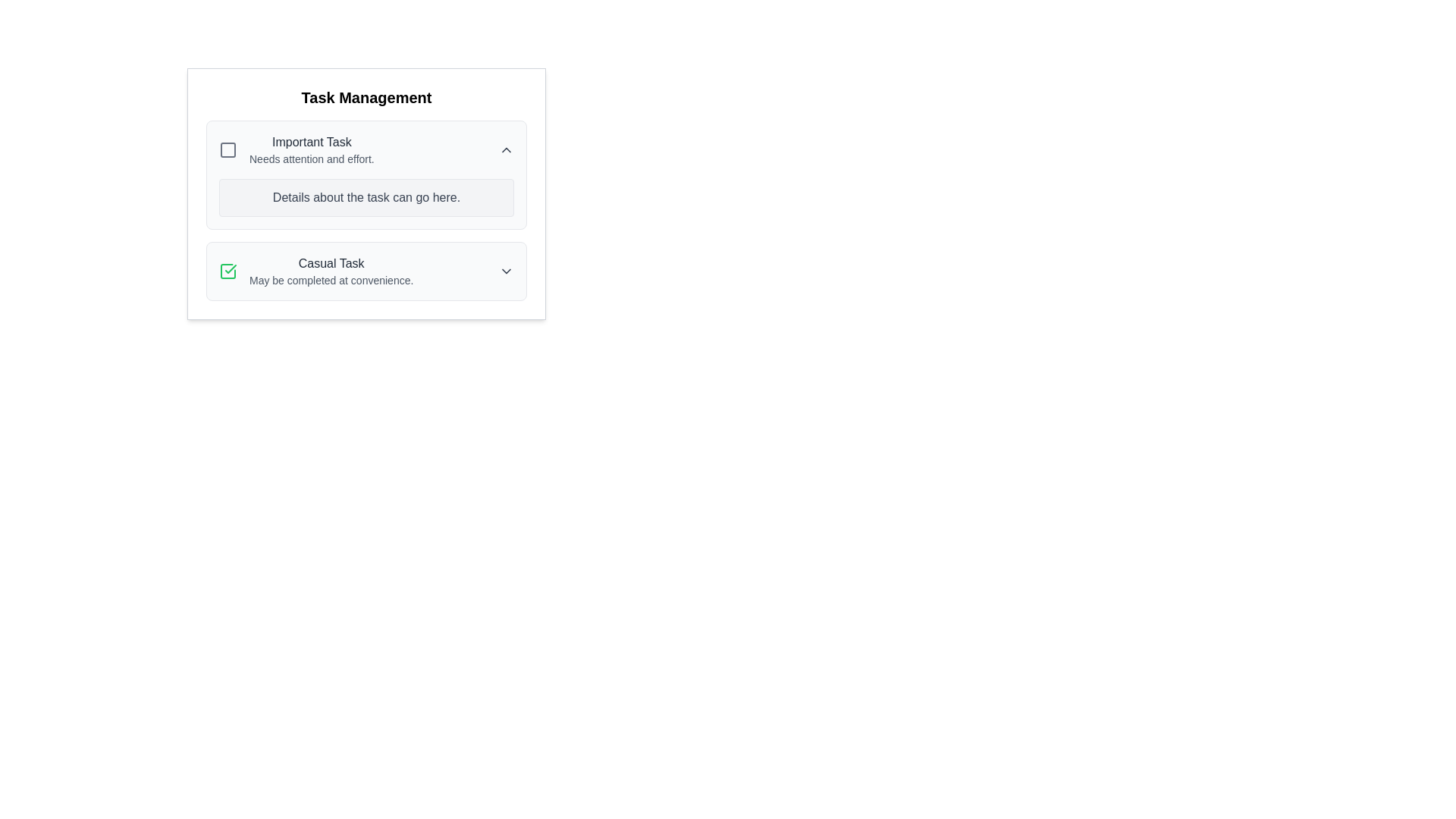  What do you see at coordinates (506, 149) in the screenshot?
I see `the Icon button located in the 'Important Task' section of the 'Task Management' interface` at bounding box center [506, 149].